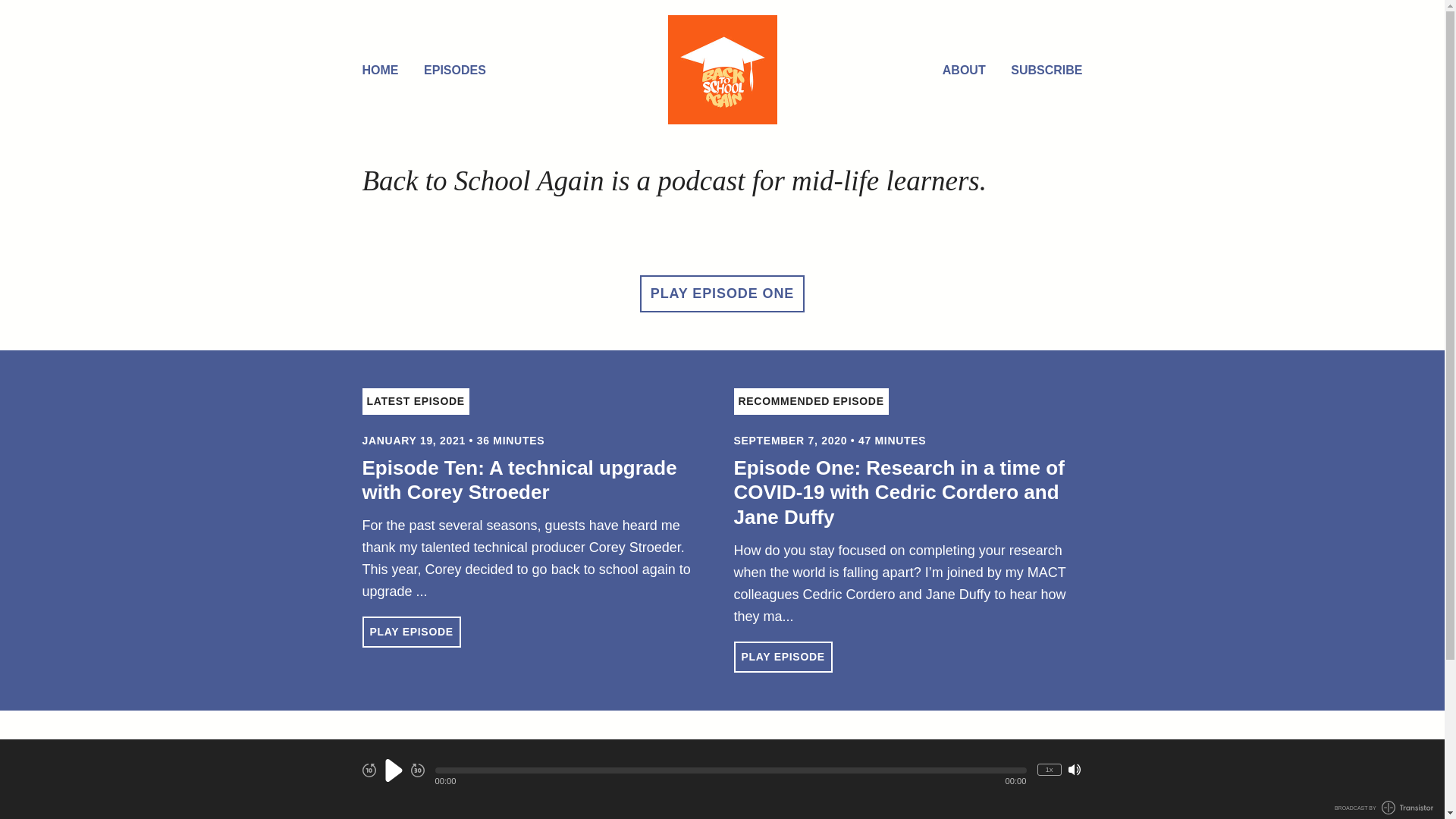 The width and height of the screenshot is (1456, 819). Describe the element at coordinates (1073, 769) in the screenshot. I see `'Mute/Unmute'` at that location.